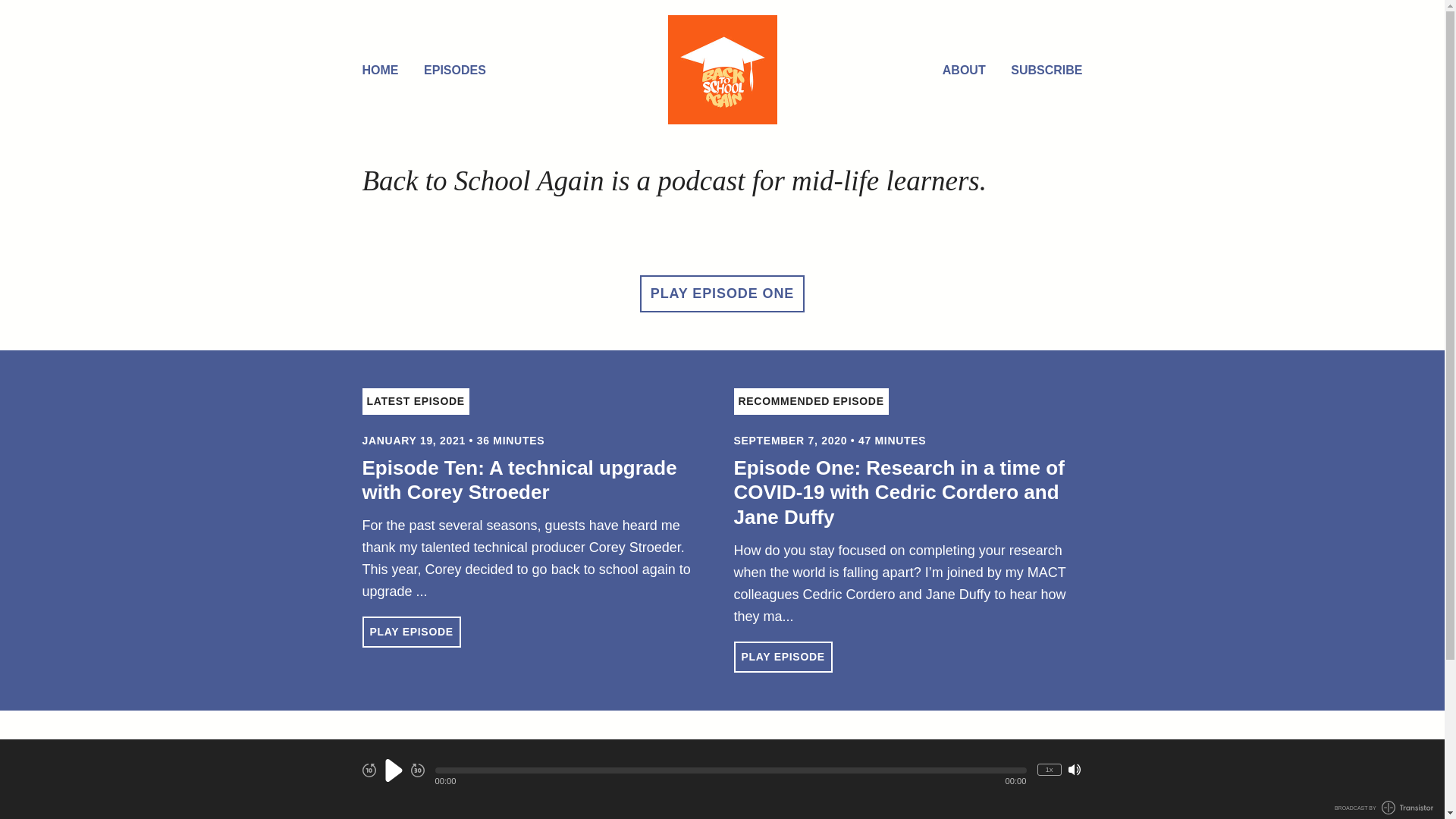 The width and height of the screenshot is (1456, 819). Describe the element at coordinates (1073, 769) in the screenshot. I see `'Mute/Unmute'` at that location.